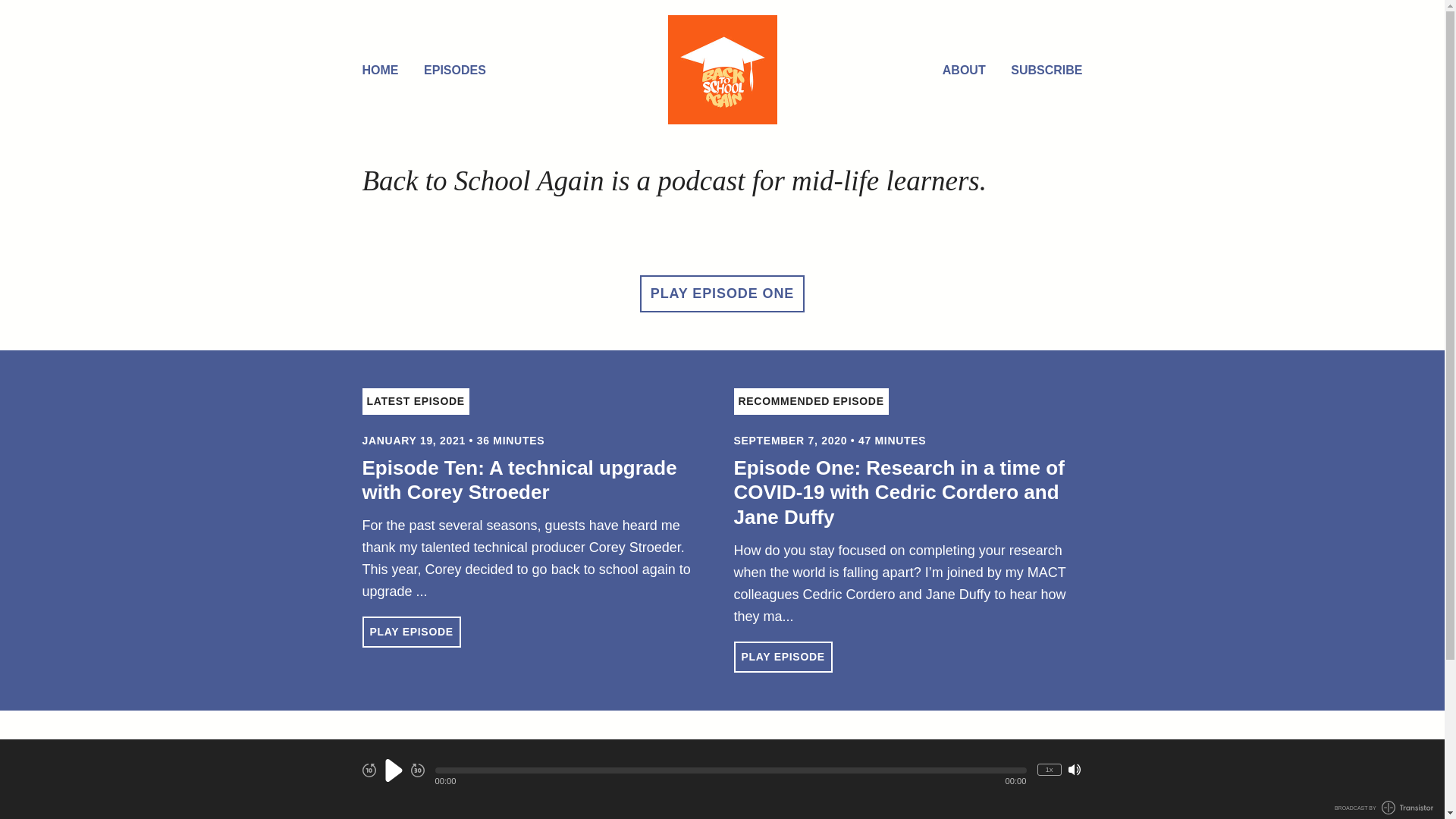 The width and height of the screenshot is (1456, 819). Describe the element at coordinates (1073, 769) in the screenshot. I see `'Mute/Unmute'` at that location.